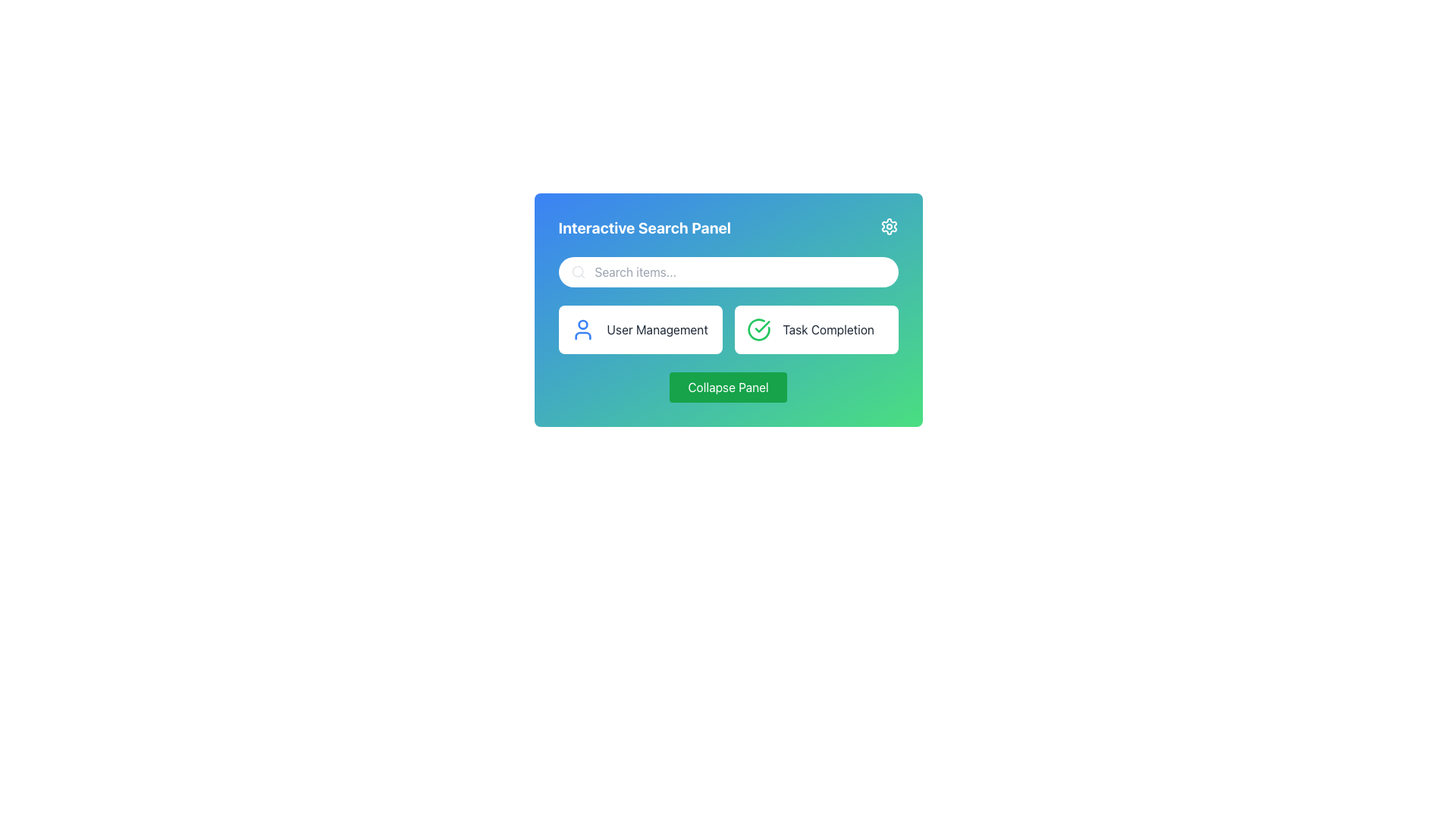 The image size is (1456, 819). I want to click on the button containing the 'Task Completion' icon located in the second button from the left below the search bar in the central interactive panel, so click(758, 328).